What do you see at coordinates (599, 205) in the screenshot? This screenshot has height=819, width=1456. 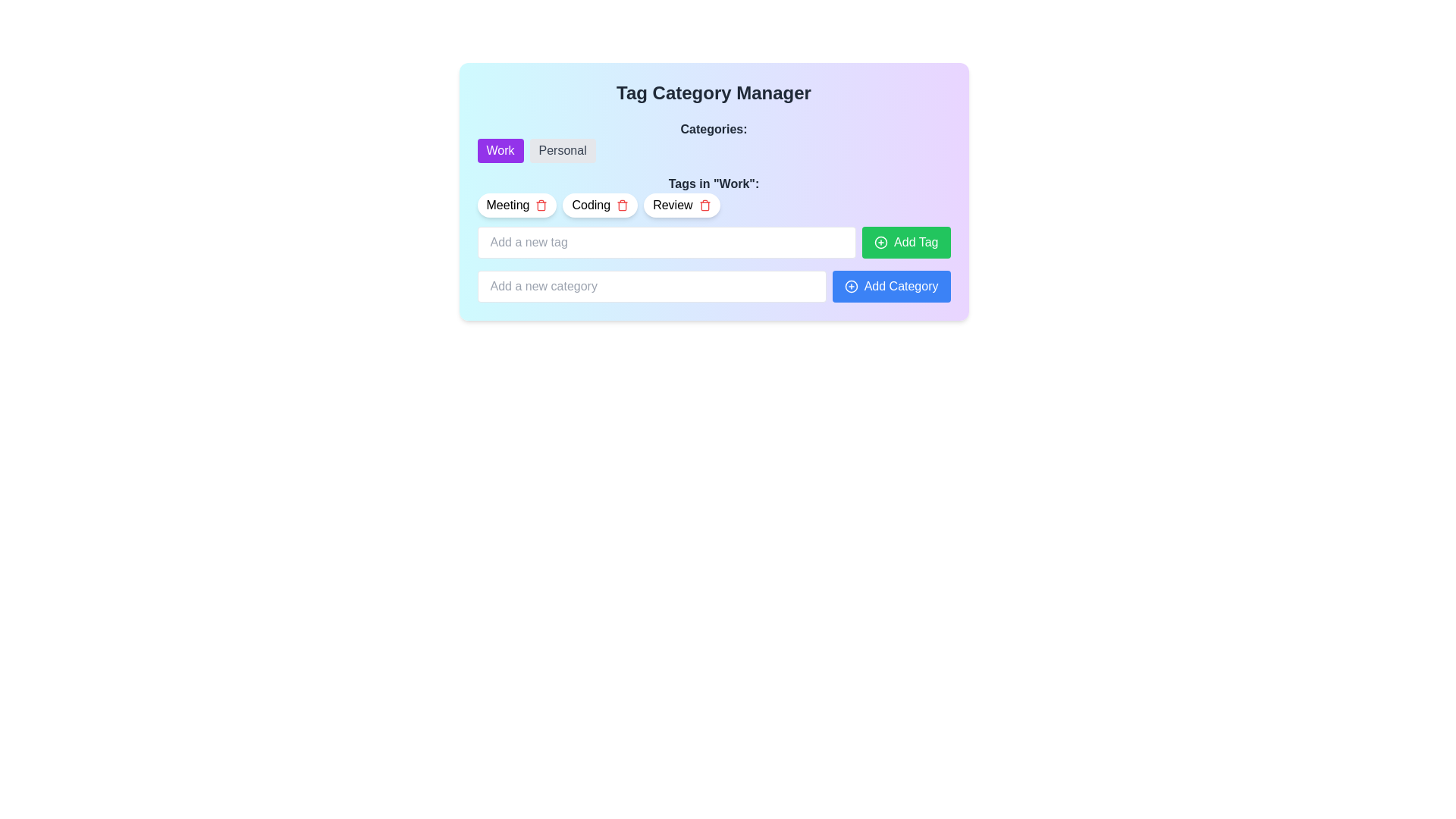 I see `the horizontally-aligned pill-shaped chip labeled 'Coding' in the 'Tags in Work' section, located between the 'Meeting' and 'Review' tags` at bounding box center [599, 205].